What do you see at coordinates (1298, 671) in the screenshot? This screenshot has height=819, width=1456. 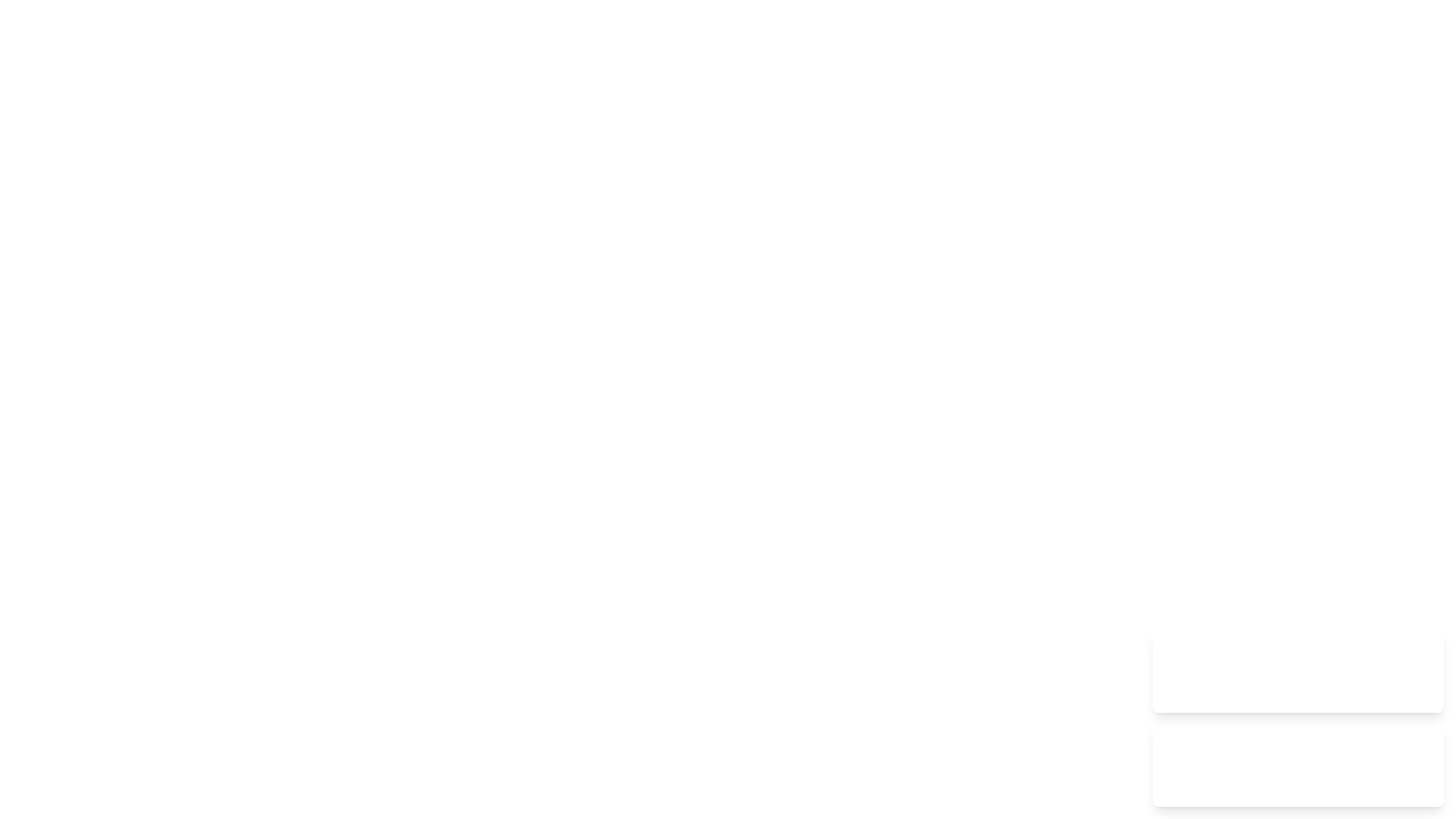 I see `the notification with the title 'Submission Completed'` at bounding box center [1298, 671].